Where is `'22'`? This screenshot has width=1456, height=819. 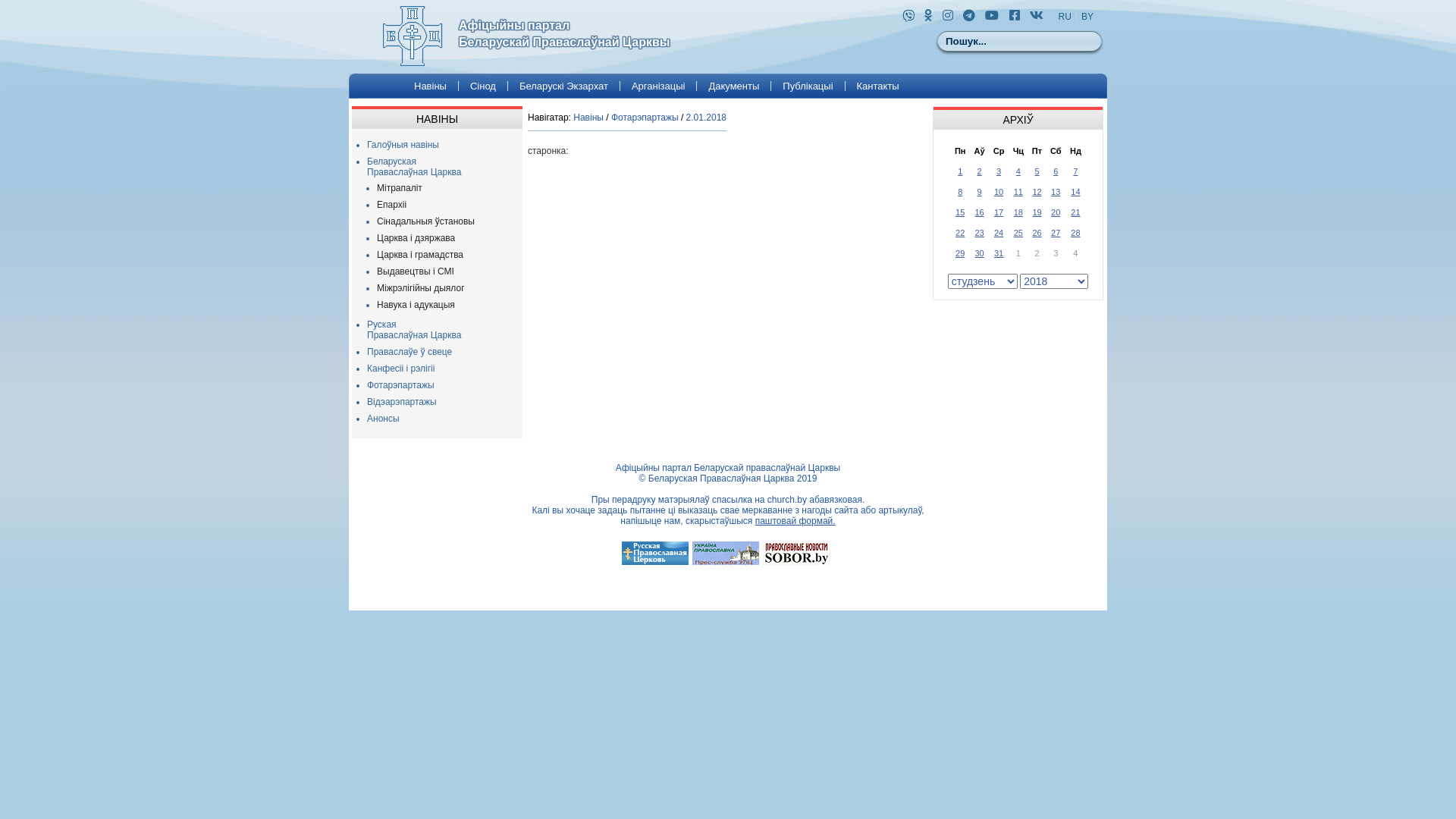 '22' is located at coordinates (959, 231).